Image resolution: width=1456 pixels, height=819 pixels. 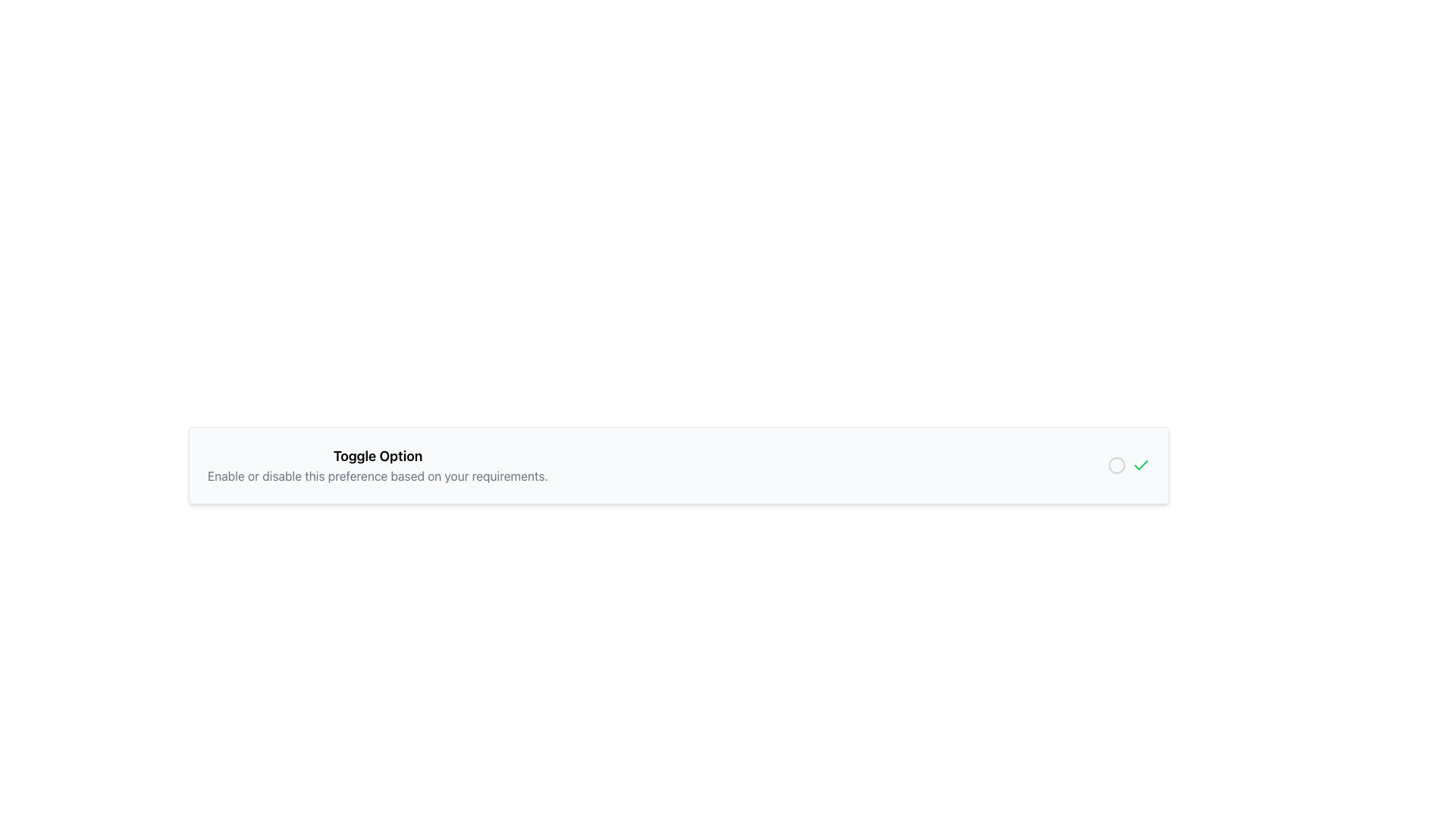 I want to click on green checkmark icon within the circular icon located at the far right of the 'Toggle Option' interface component, so click(x=1141, y=464).